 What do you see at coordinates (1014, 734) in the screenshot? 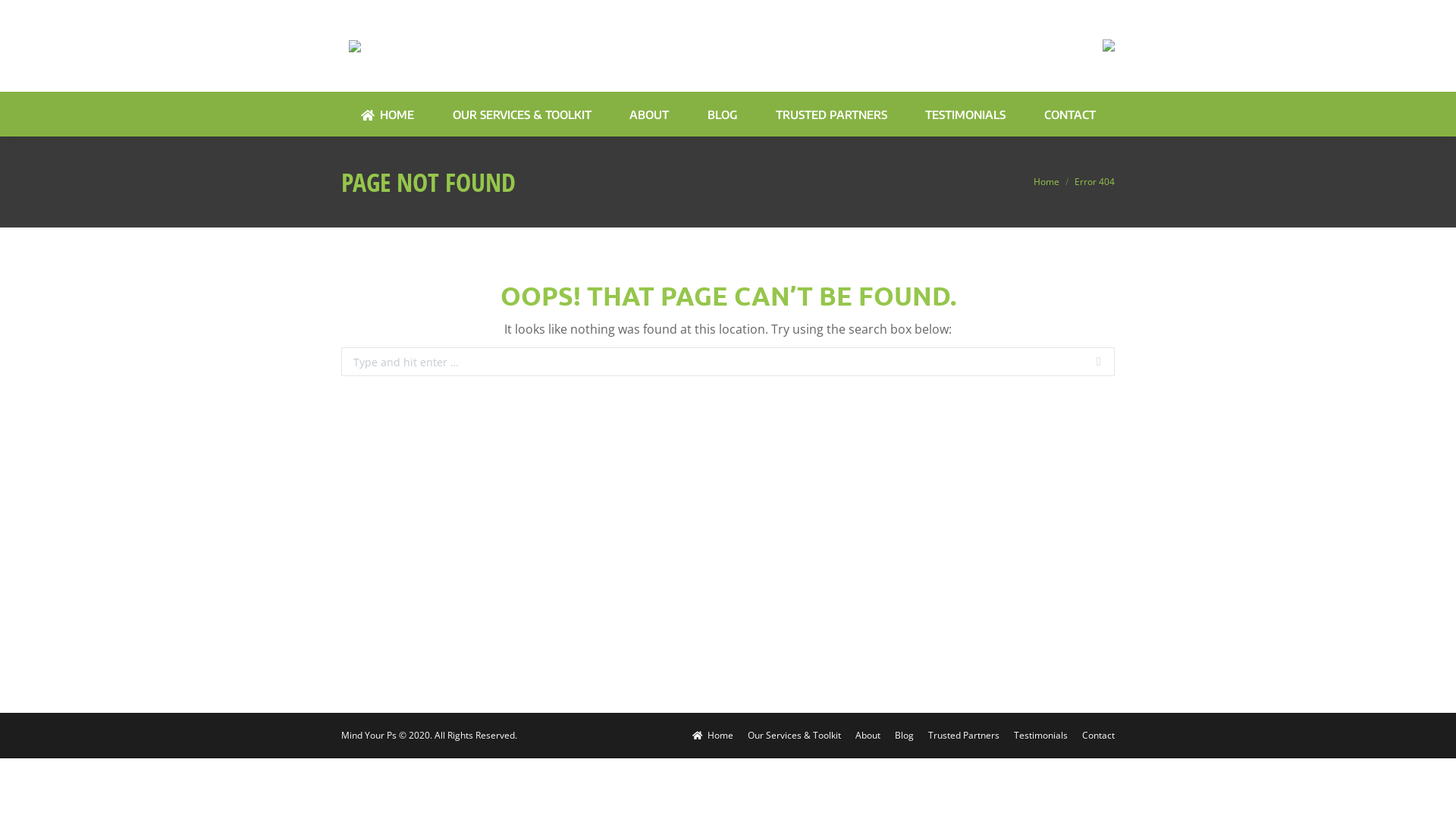
I see `'Testimonials'` at bounding box center [1014, 734].